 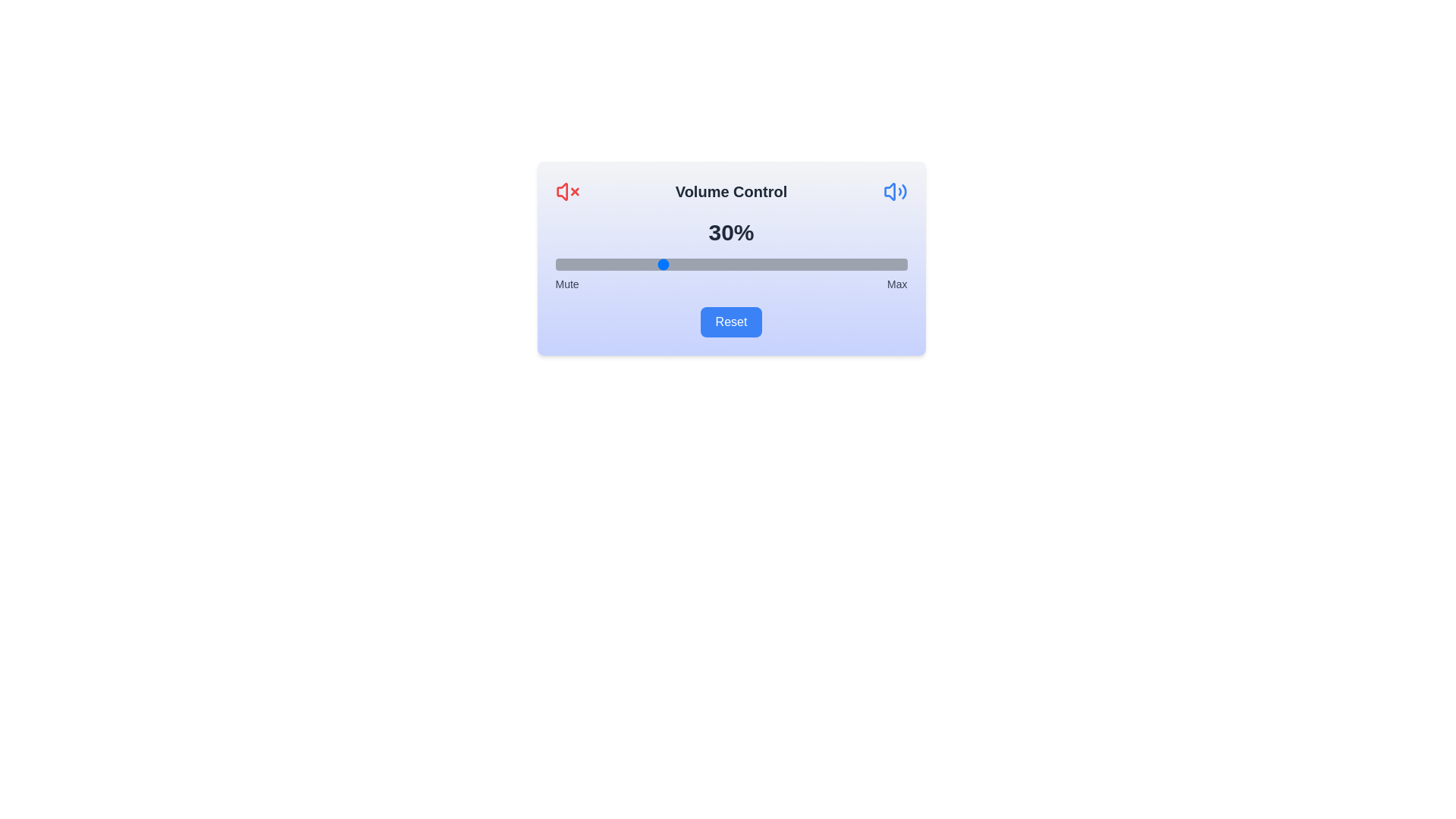 I want to click on the reset button to set the volume to default, so click(x=731, y=321).